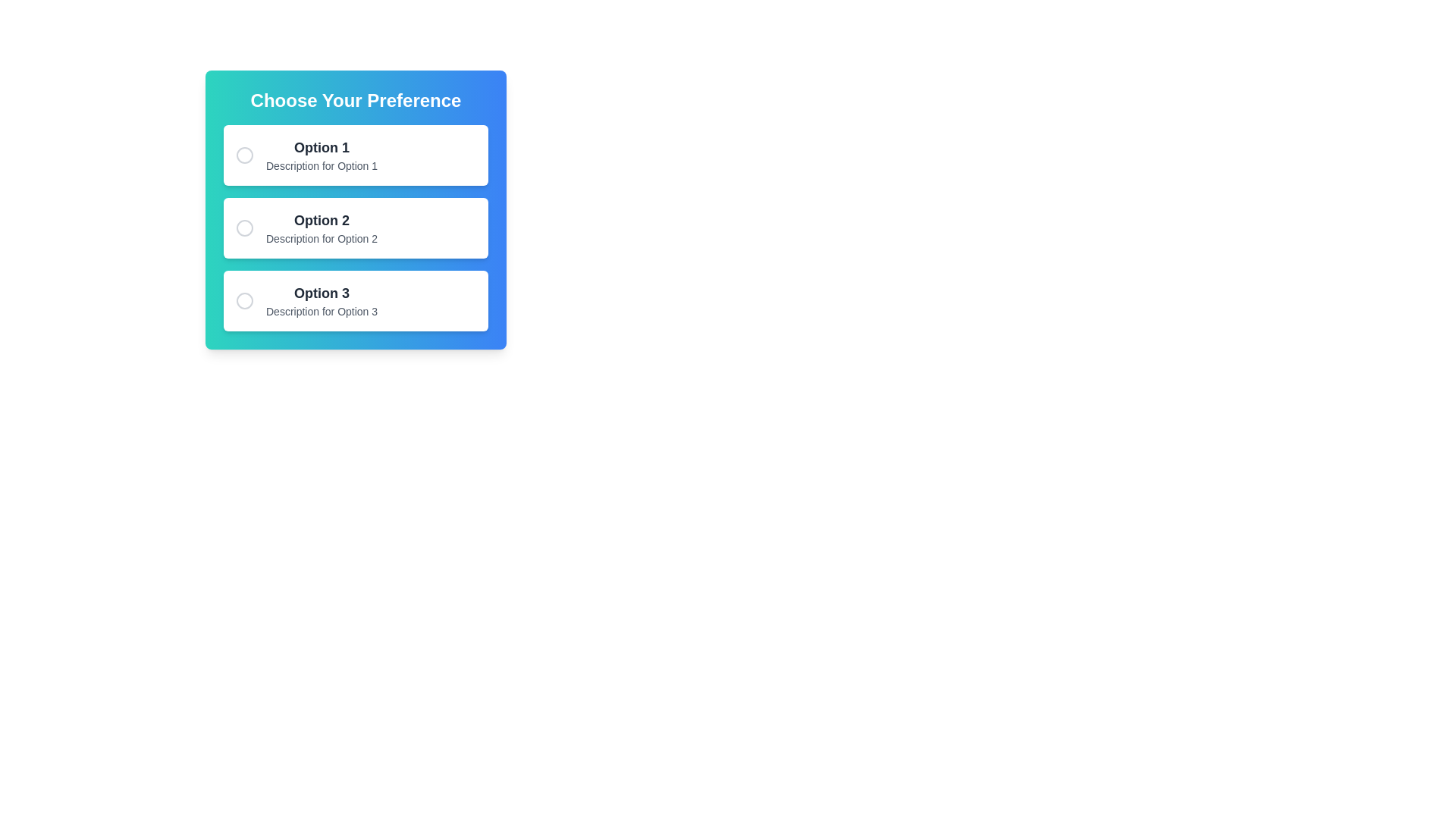 The height and width of the screenshot is (819, 1456). What do you see at coordinates (321, 239) in the screenshot?
I see `the Text Label that reads 'Description for Option 2', which is located directly below the 'Option 2' label in the second option group of the interface` at bounding box center [321, 239].